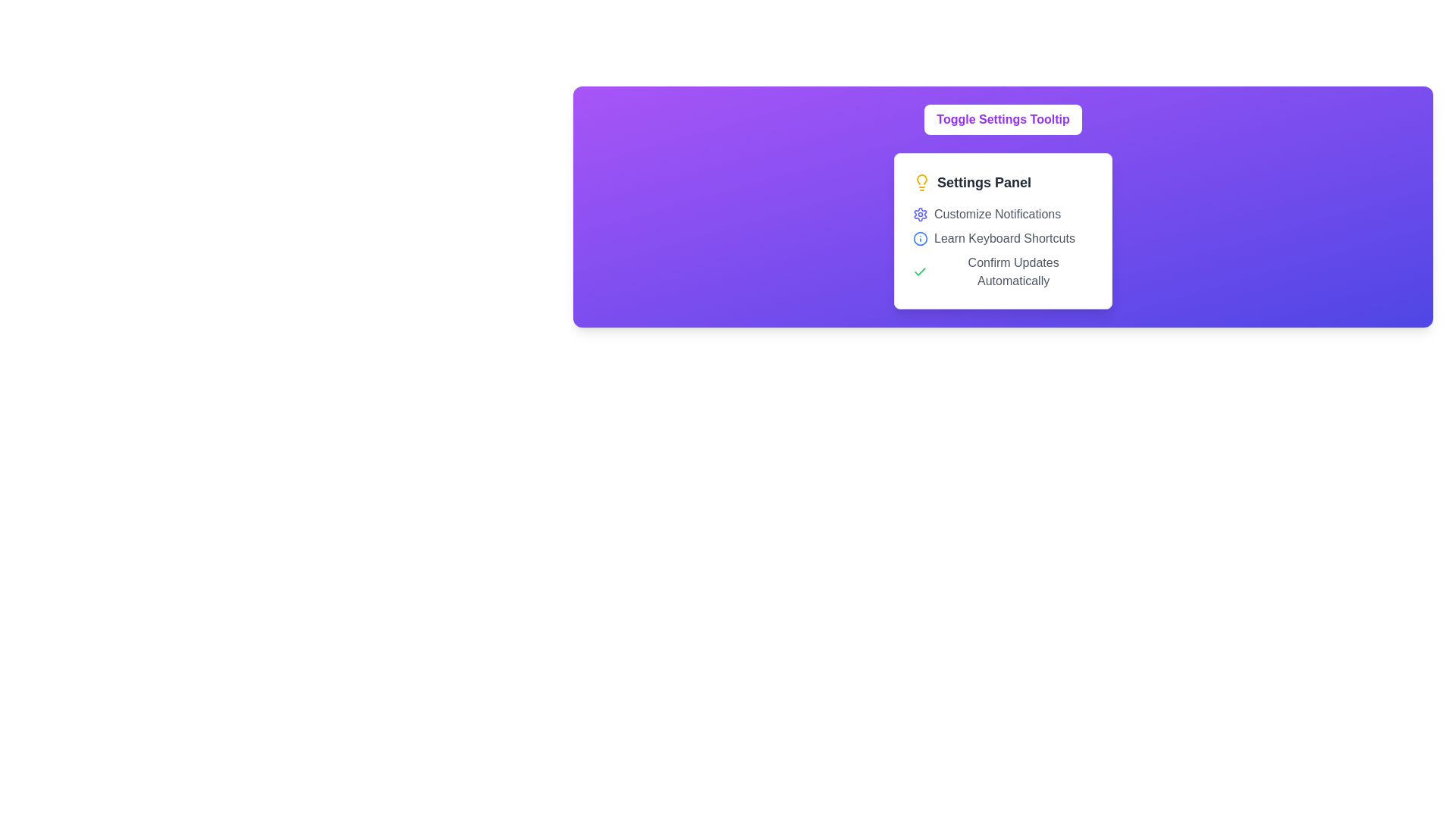 This screenshot has width=1456, height=819. What do you see at coordinates (921, 181) in the screenshot?
I see `the decorative icon for the 'Settings Panel' section for accessibility purposes` at bounding box center [921, 181].